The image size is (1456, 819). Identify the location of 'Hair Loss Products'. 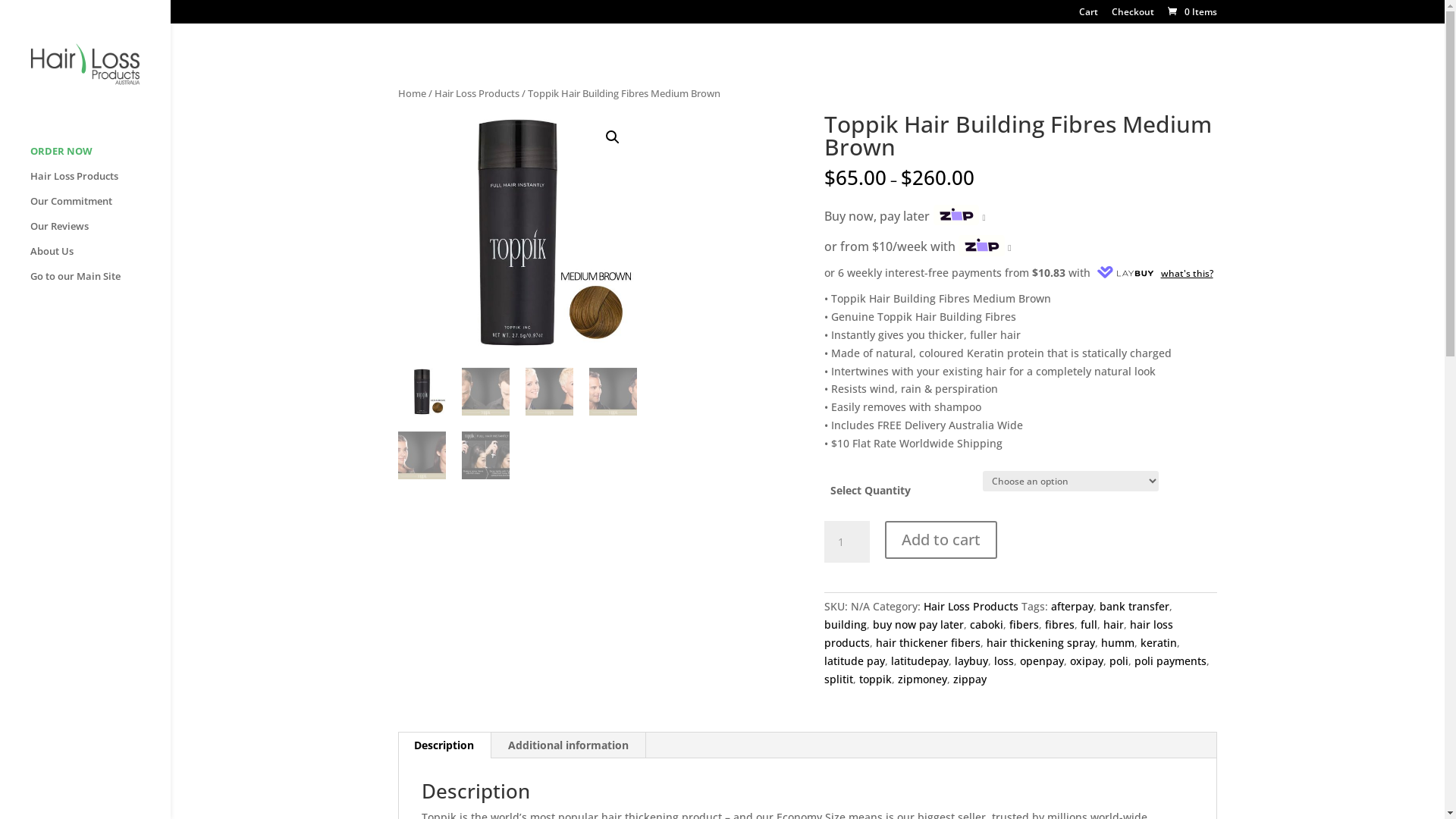
(475, 93).